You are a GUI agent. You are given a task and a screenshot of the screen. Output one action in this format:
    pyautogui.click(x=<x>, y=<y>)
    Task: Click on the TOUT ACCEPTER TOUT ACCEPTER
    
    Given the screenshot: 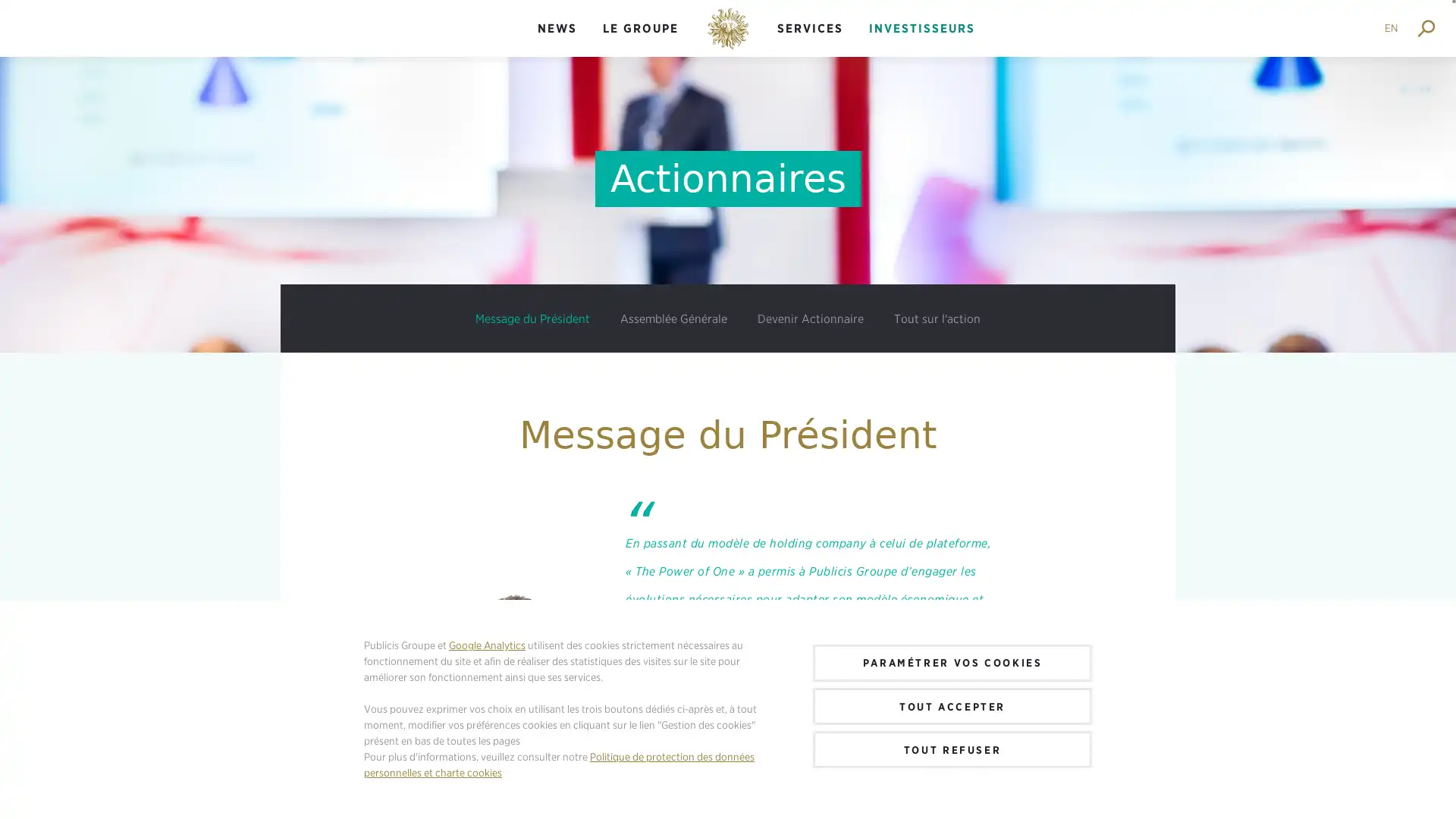 What is the action you would take?
    pyautogui.click(x=952, y=705)
    